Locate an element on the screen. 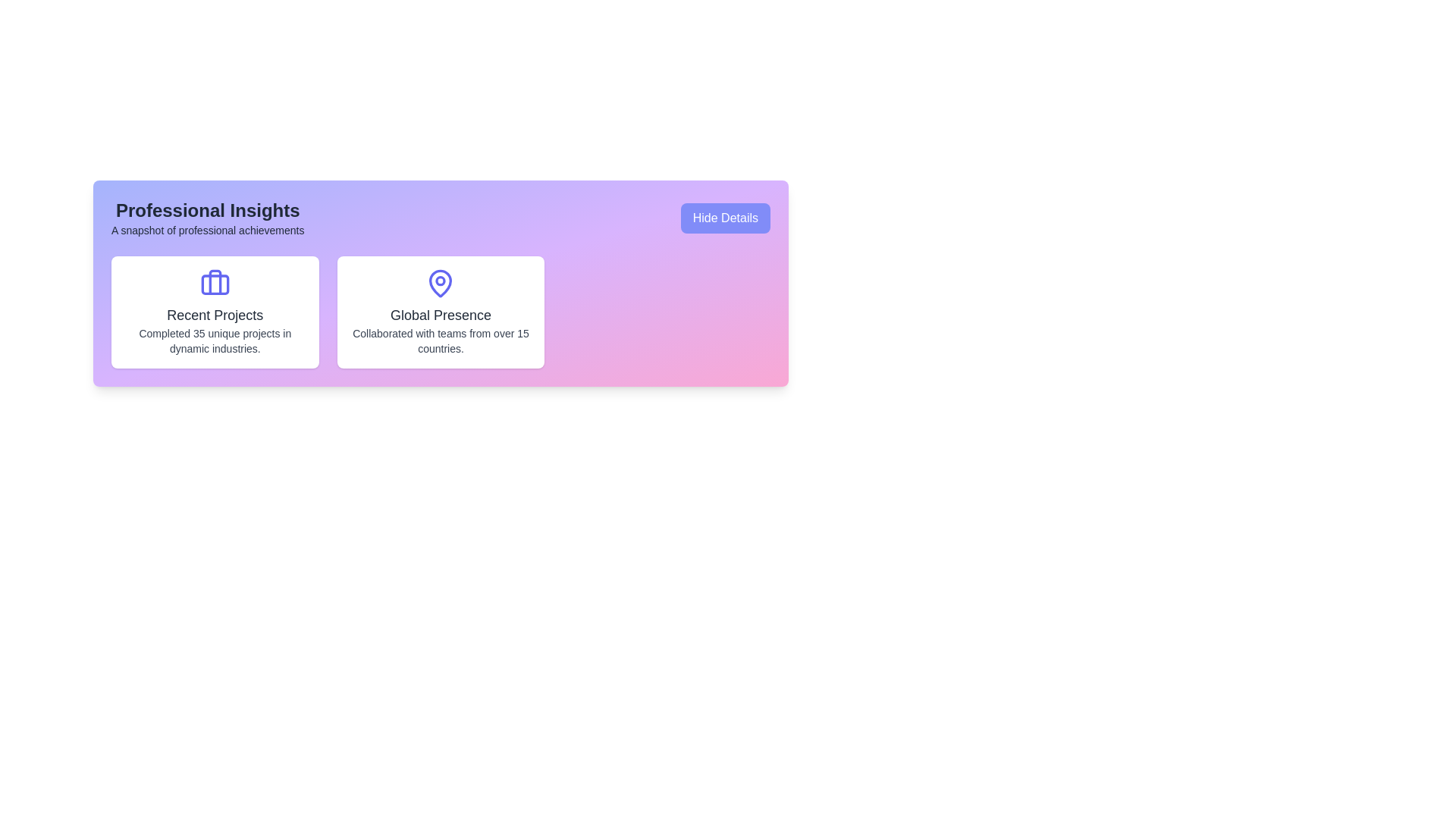 The width and height of the screenshot is (1456, 819). displayed information from the card-style component titled 'Recent Projects', which includes details about completing 35 unique projects in dynamic industries is located at coordinates (214, 312).